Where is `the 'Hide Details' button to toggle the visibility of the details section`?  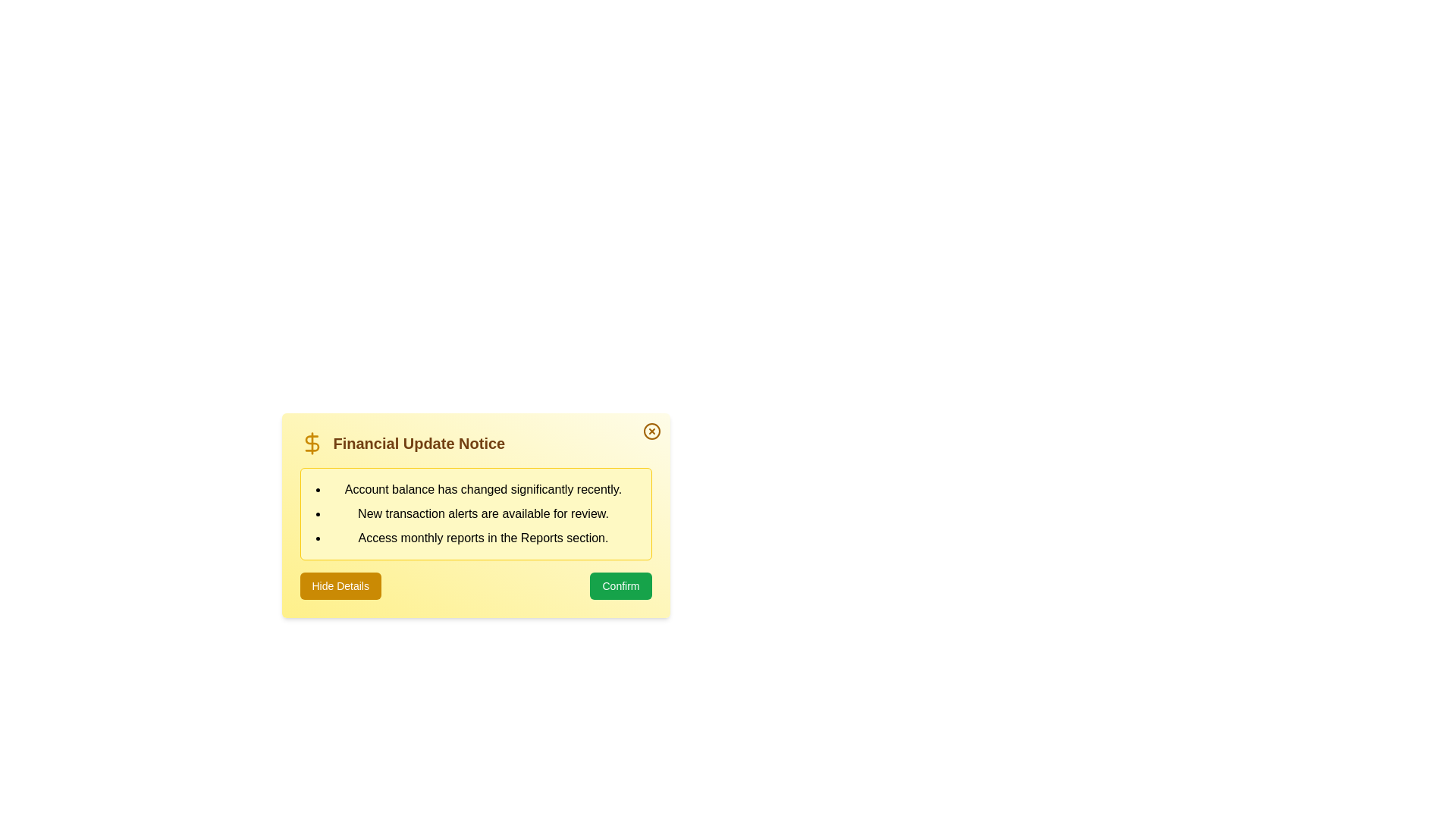 the 'Hide Details' button to toggle the visibility of the details section is located at coordinates (340, 585).